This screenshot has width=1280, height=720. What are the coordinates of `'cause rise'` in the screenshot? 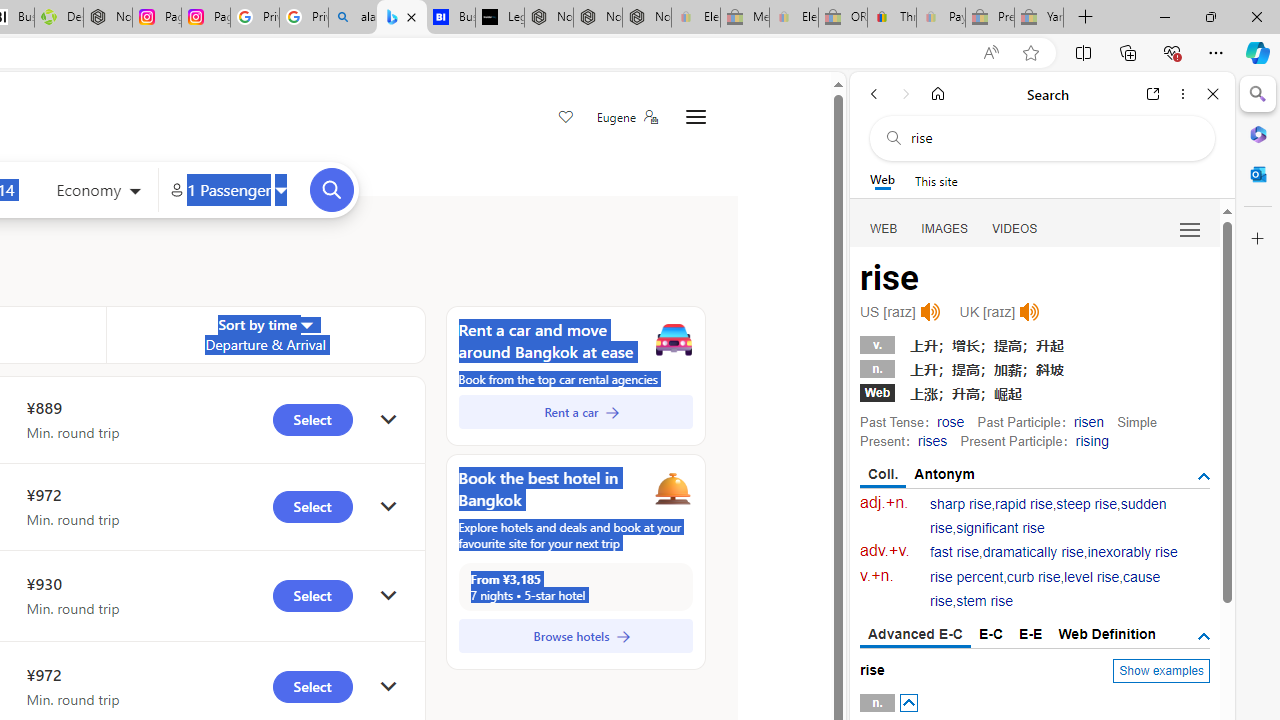 It's located at (1044, 588).